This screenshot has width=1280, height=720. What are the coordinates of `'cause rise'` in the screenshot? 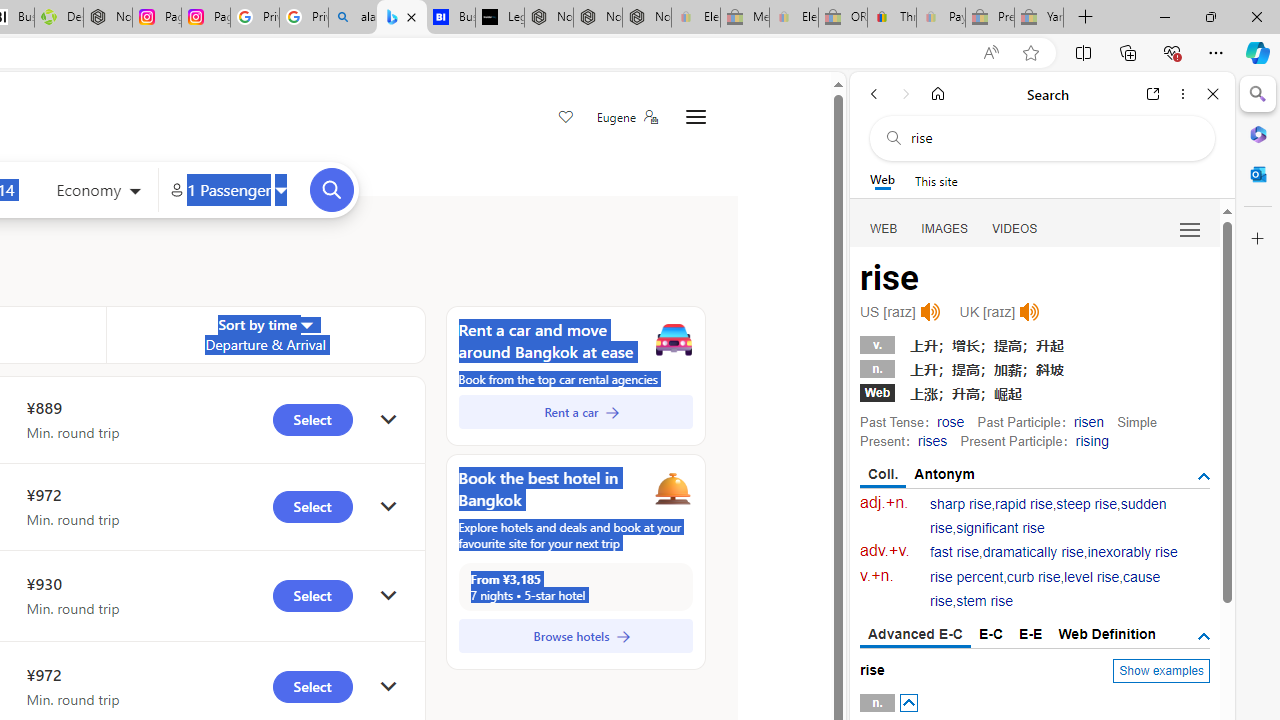 It's located at (1044, 588).